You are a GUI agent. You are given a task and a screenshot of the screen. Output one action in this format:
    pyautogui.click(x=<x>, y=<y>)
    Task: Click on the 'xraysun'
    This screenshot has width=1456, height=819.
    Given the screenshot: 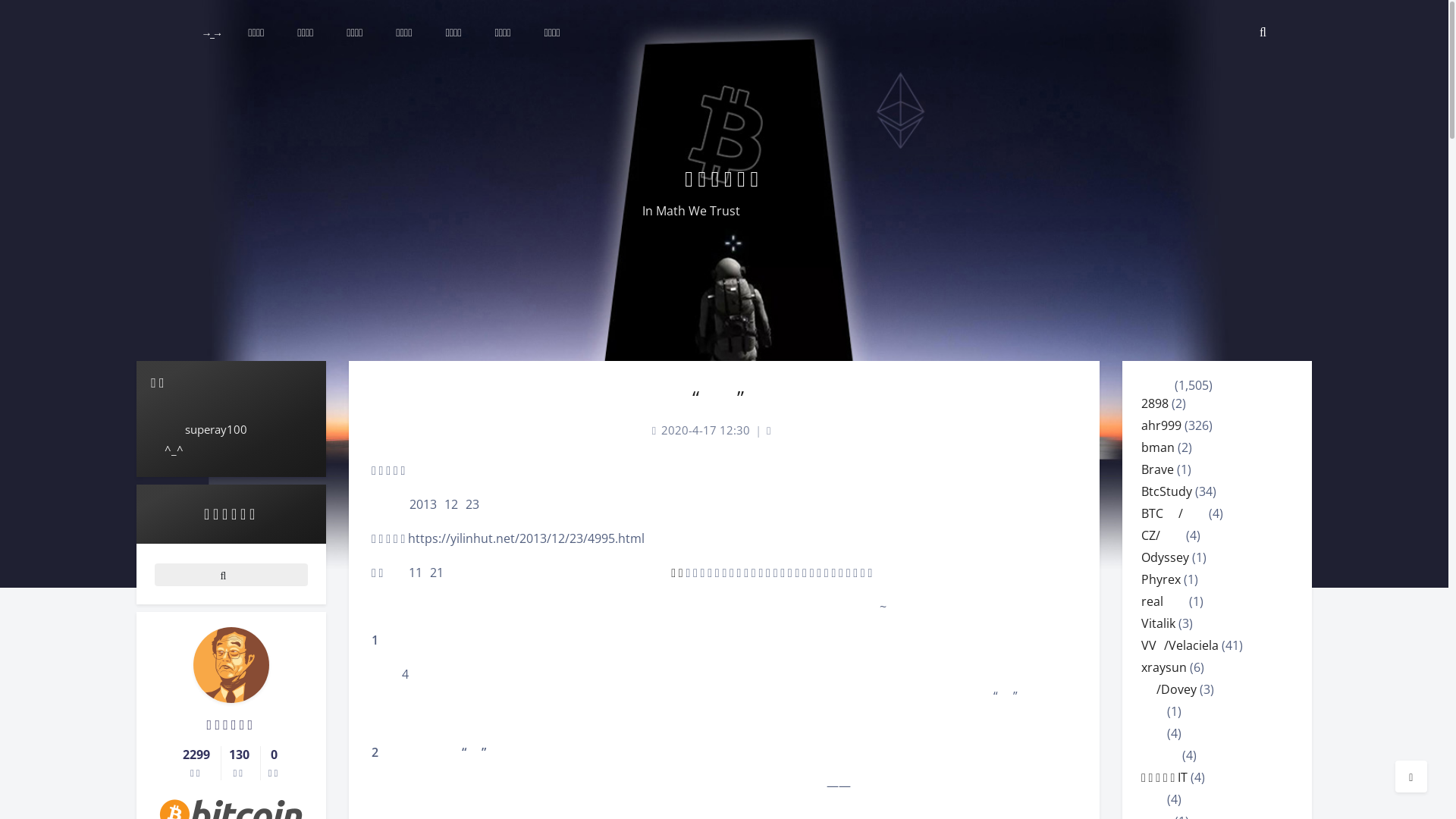 What is the action you would take?
    pyautogui.click(x=1163, y=666)
    